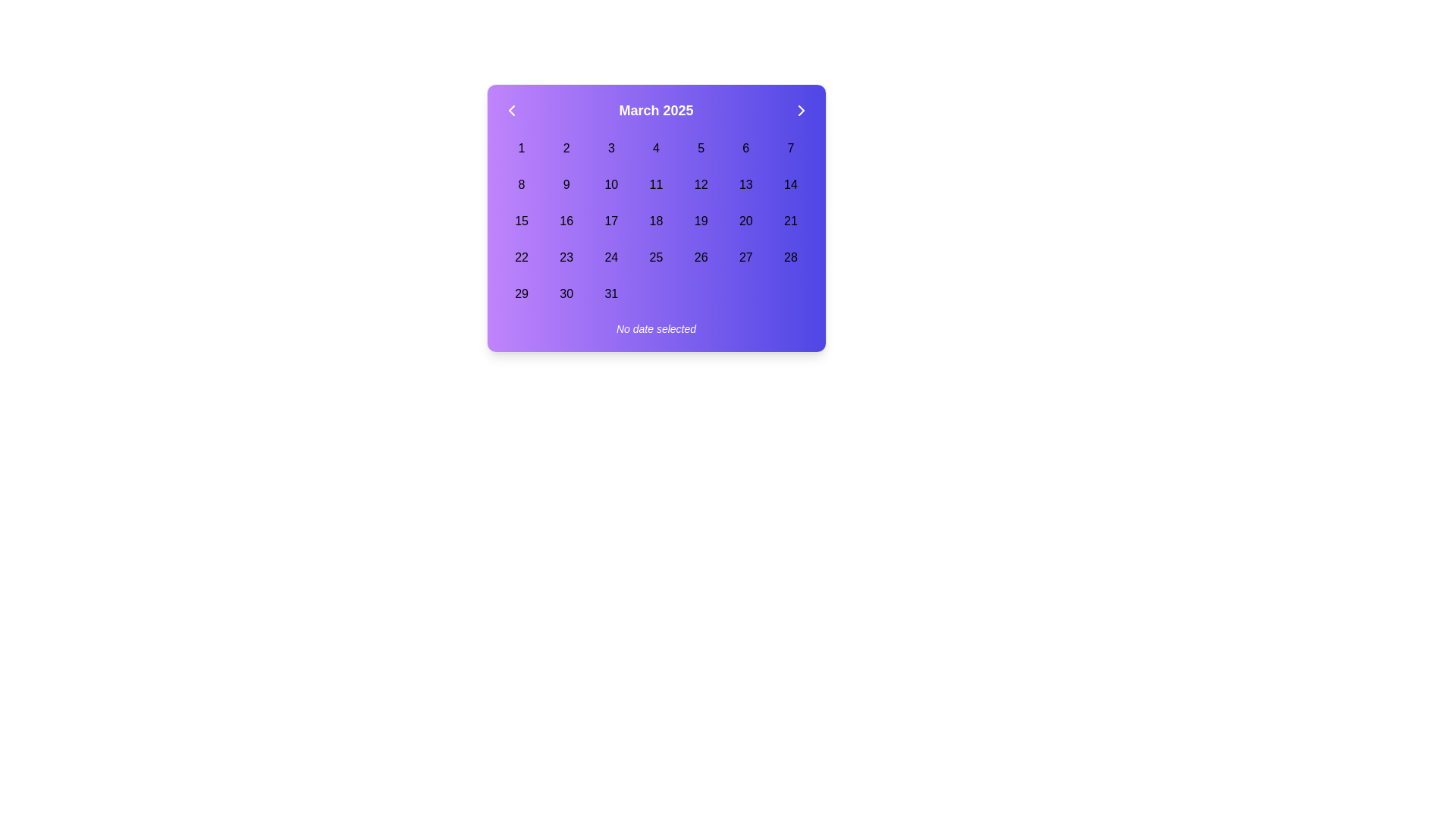 This screenshot has height=819, width=1456. Describe the element at coordinates (566, 221) in the screenshot. I see `the date selection button labeled '16' in the calendar grid` at that location.